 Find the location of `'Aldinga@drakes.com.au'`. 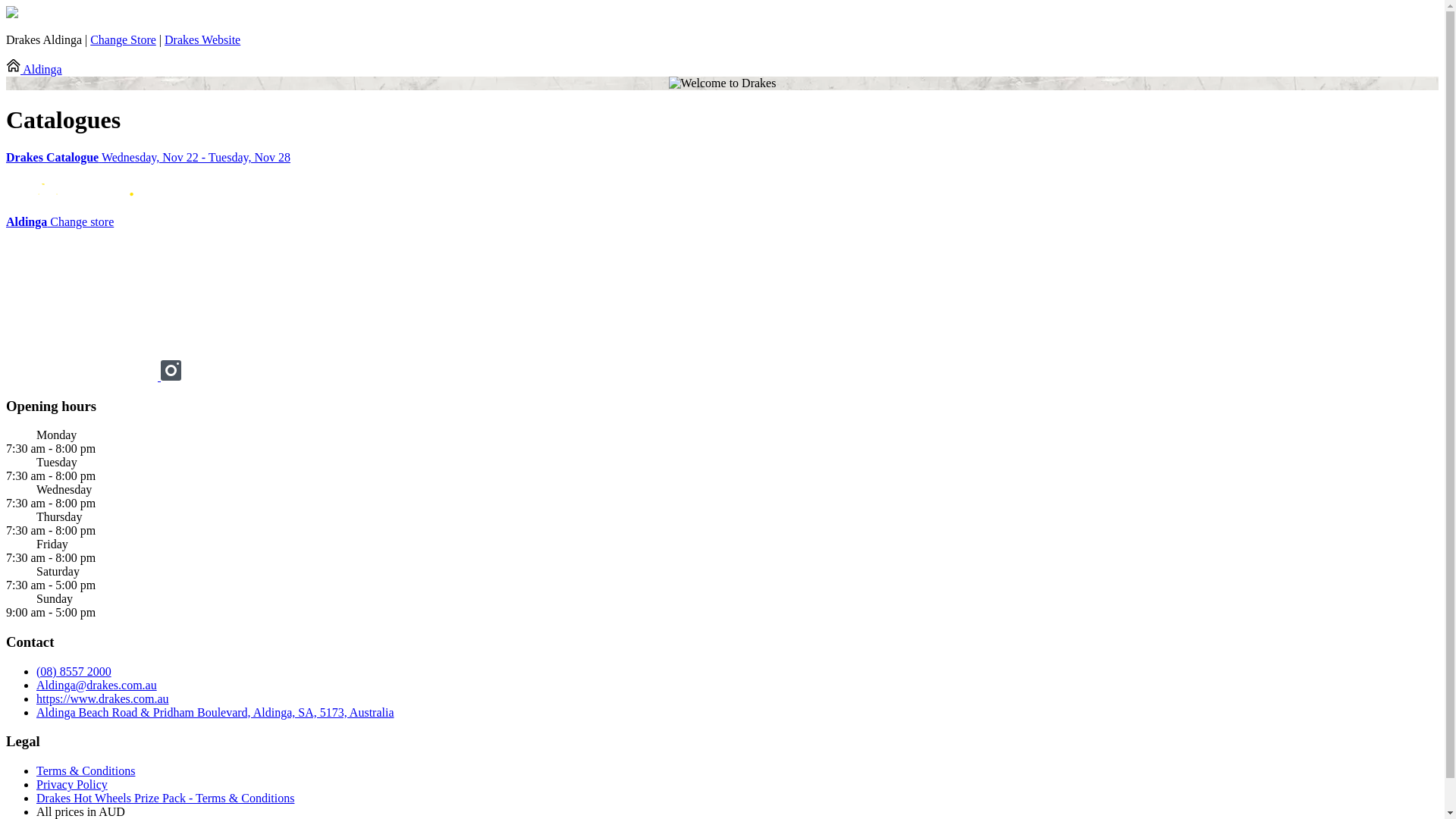

'Aldinga@drakes.com.au' is located at coordinates (96, 685).